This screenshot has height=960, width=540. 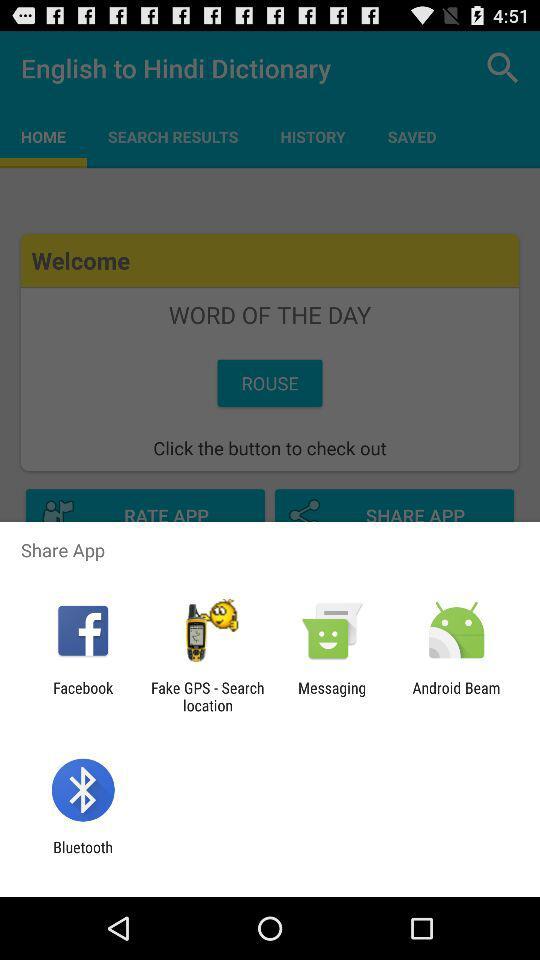 I want to click on the app to the left of the messaging icon, so click(x=206, y=696).